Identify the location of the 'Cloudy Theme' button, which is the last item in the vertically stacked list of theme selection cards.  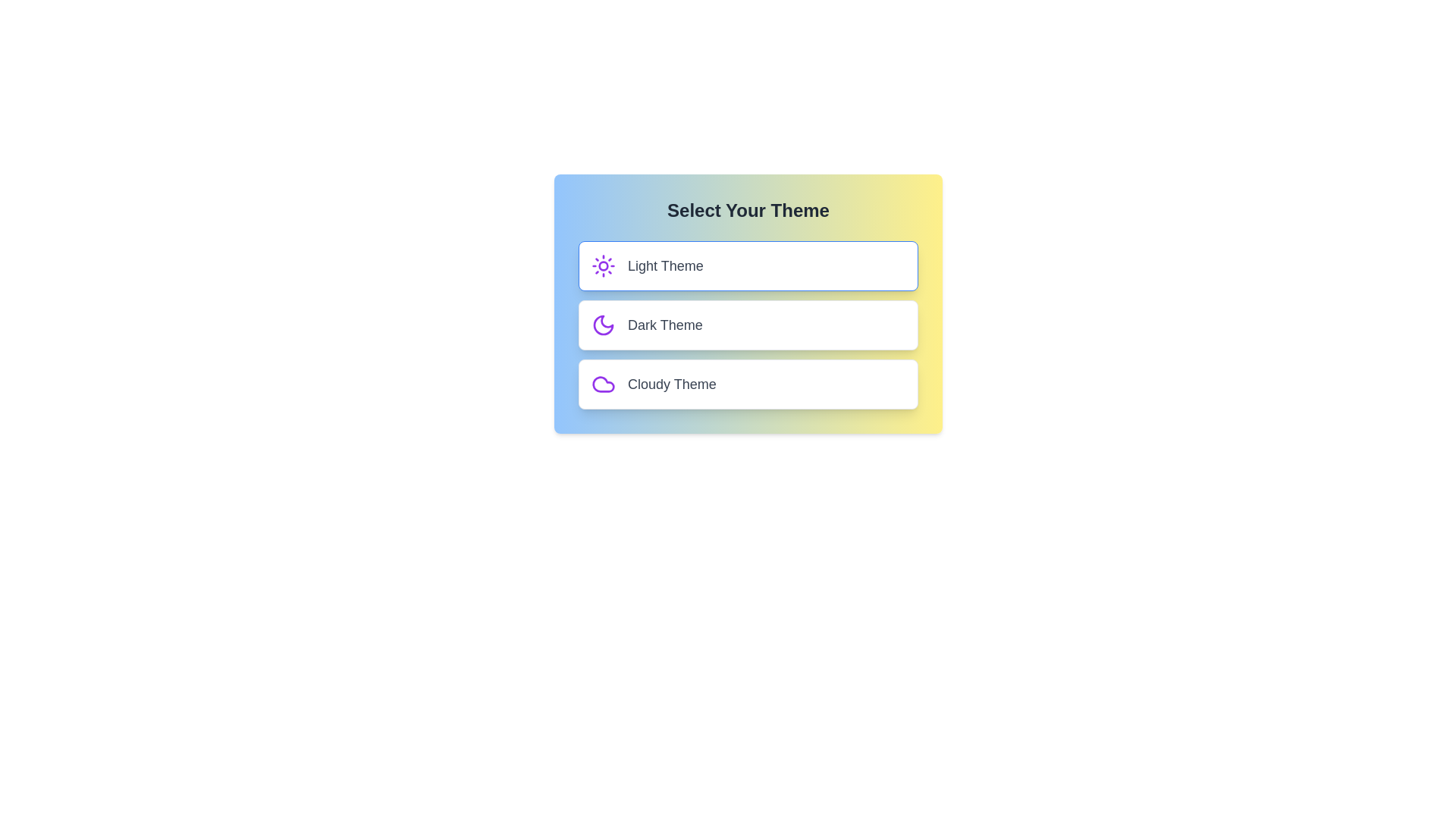
(748, 383).